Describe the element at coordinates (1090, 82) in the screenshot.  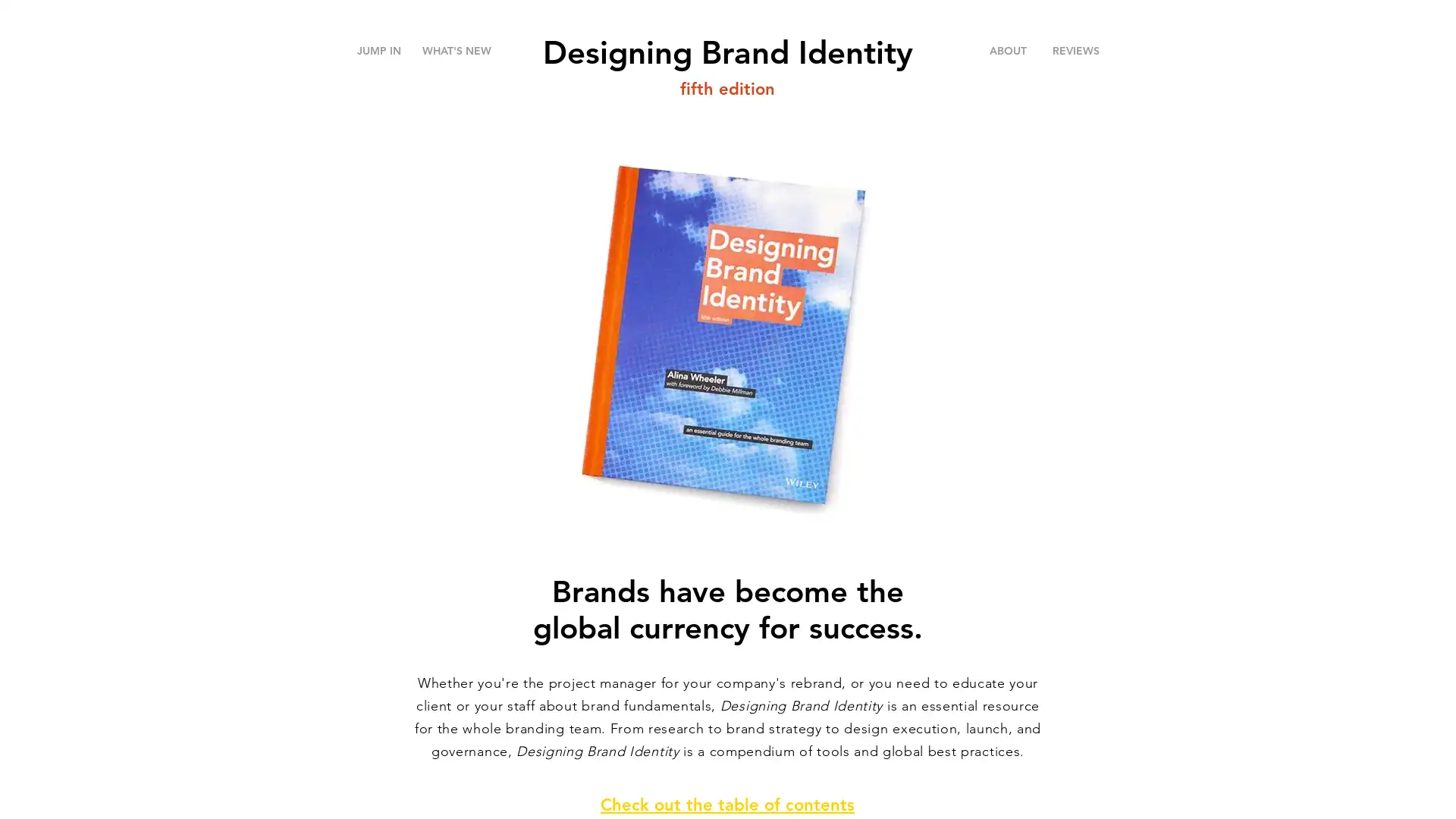
I see `FAQS` at that location.